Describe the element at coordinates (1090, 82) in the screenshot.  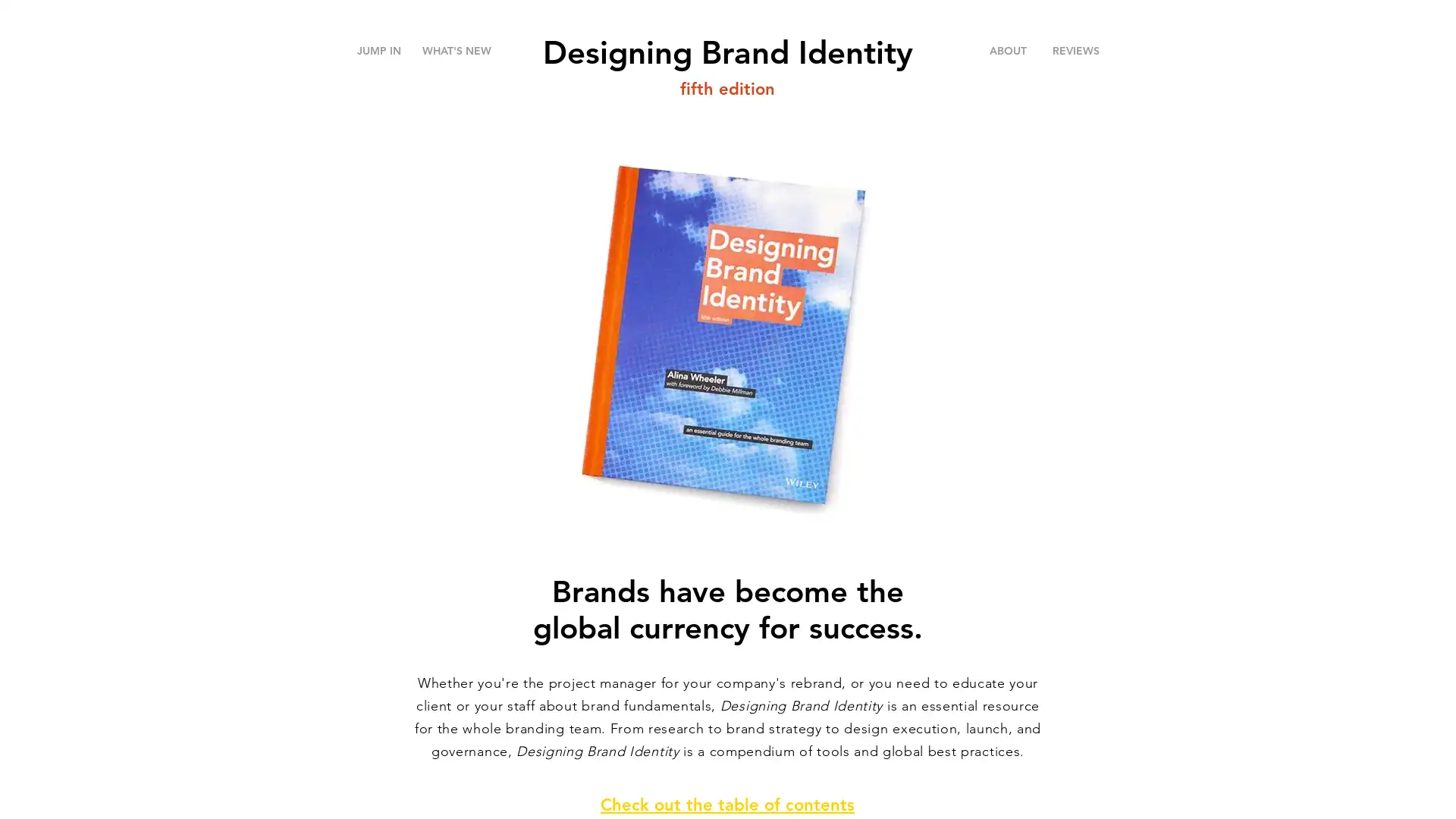
I see `FAQS` at that location.